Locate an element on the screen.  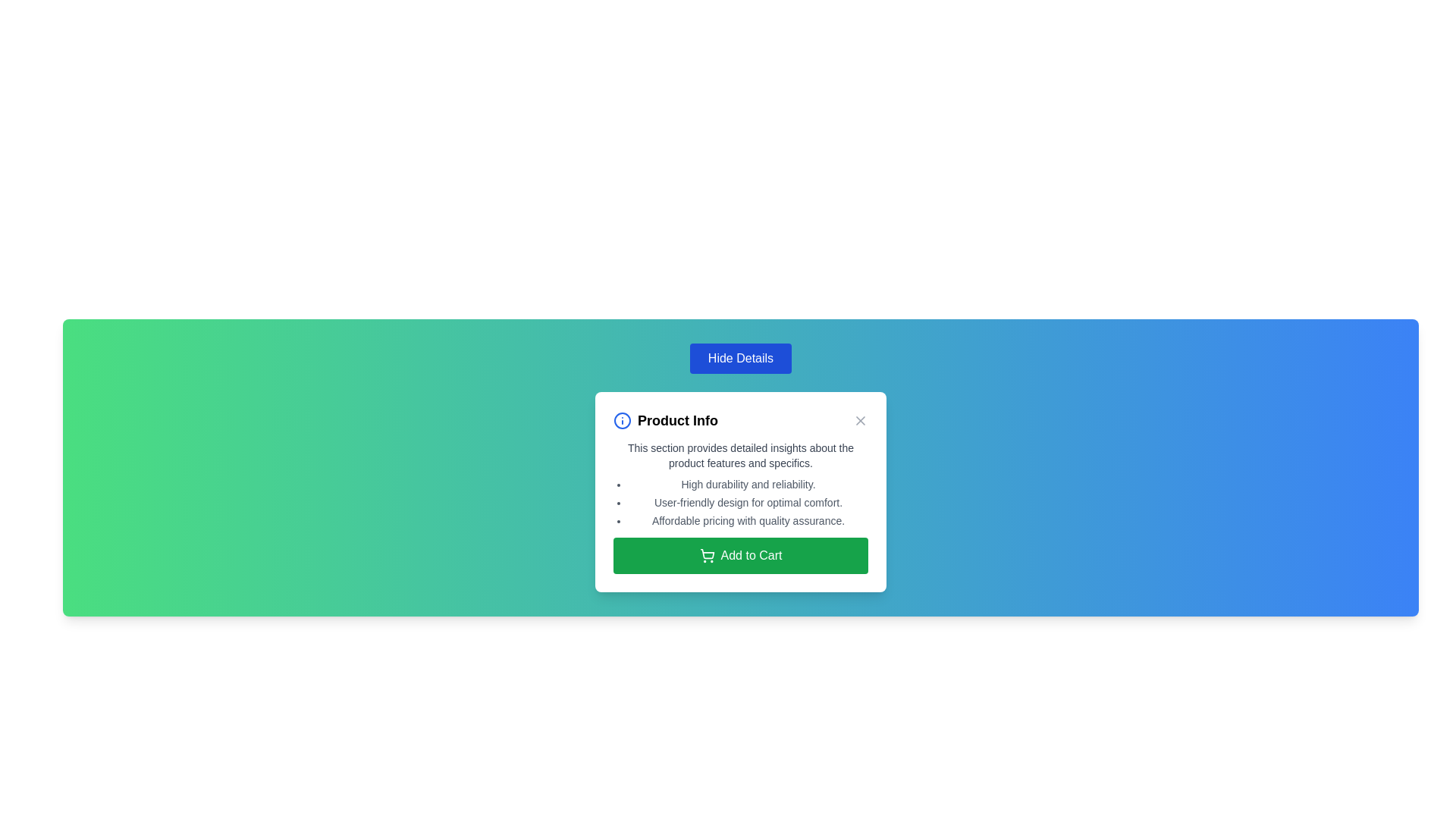
the circular blue icon containing a lowercase 'i' located to the left of the 'Product Info' text header is located at coordinates (622, 421).